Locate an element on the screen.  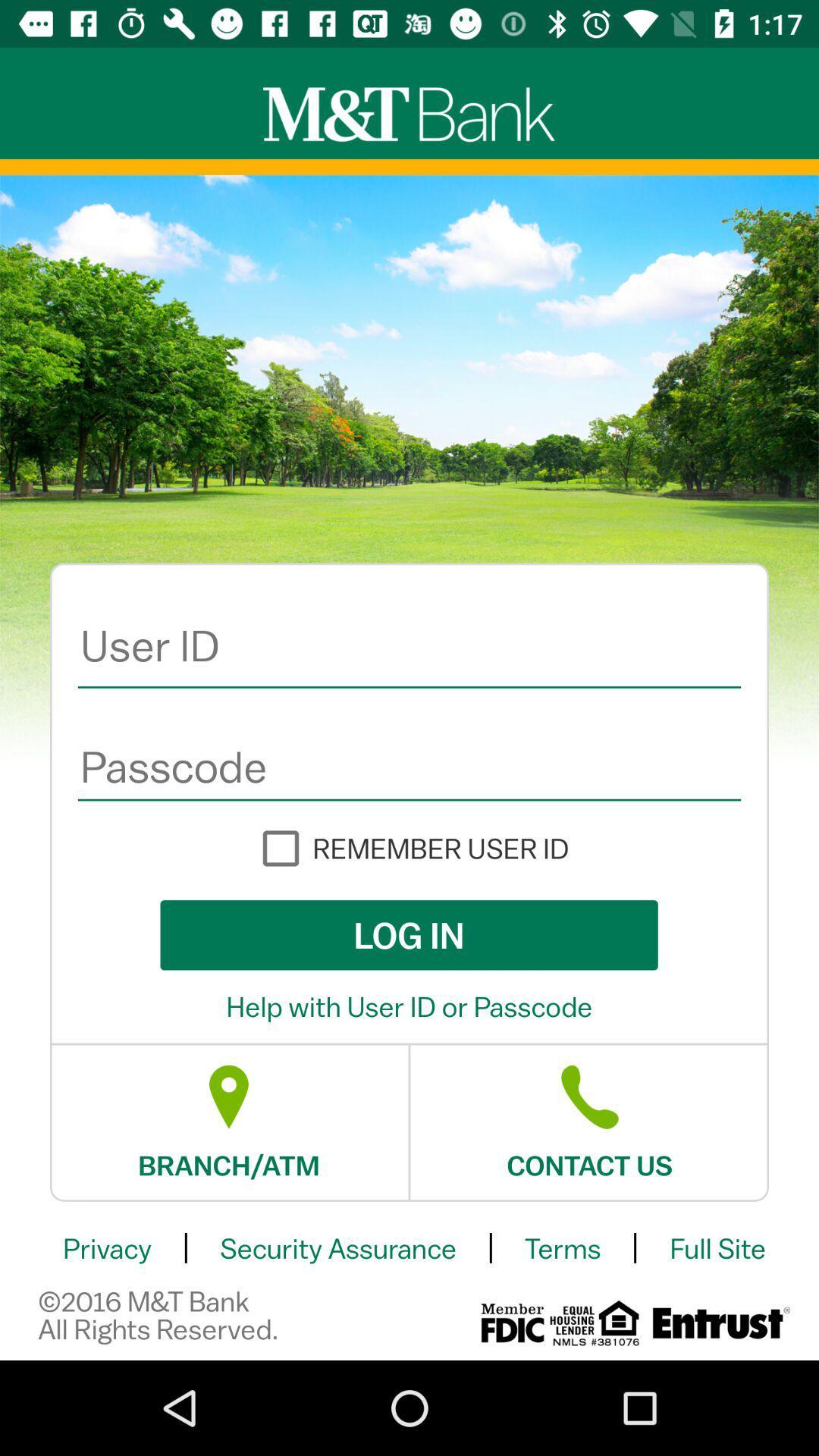
item next to the 2016 m t item is located at coordinates (512, 1322).